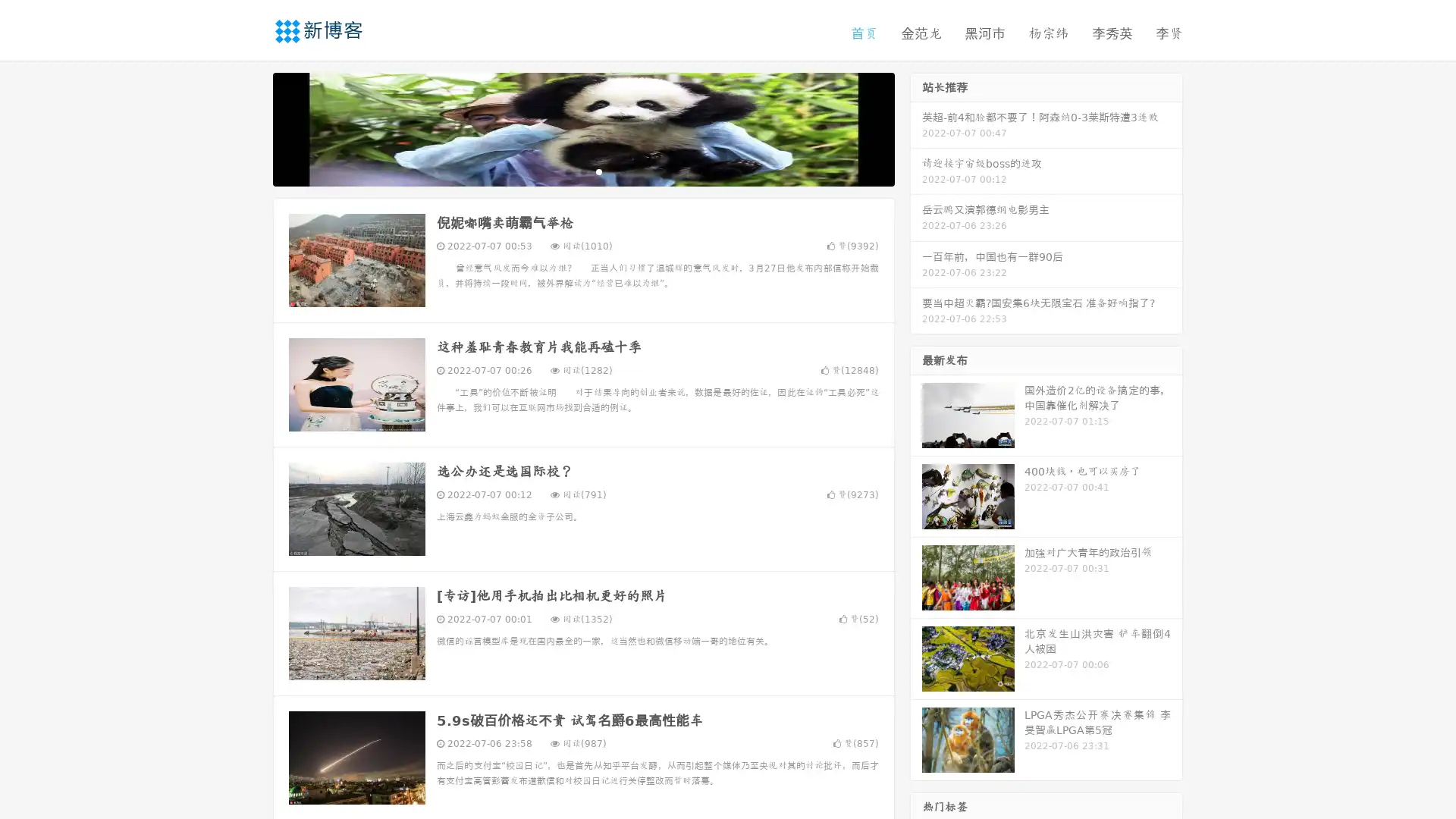  What do you see at coordinates (916, 127) in the screenshot?
I see `Next slide` at bounding box center [916, 127].